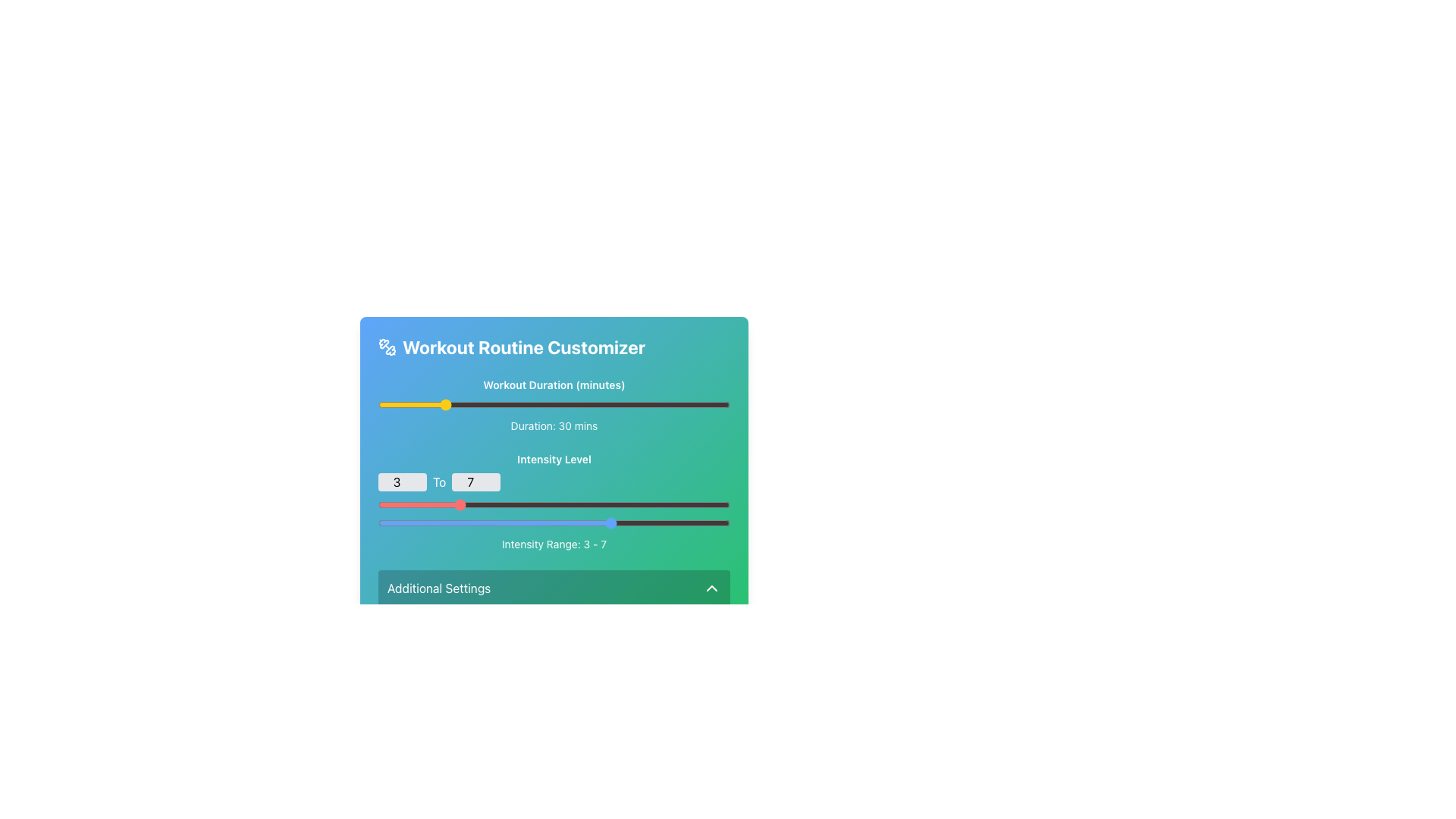  I want to click on the intensity range label located at the bottom of the panel under the 'Intensity Level' section, which indicates selected intensity values, so click(553, 543).